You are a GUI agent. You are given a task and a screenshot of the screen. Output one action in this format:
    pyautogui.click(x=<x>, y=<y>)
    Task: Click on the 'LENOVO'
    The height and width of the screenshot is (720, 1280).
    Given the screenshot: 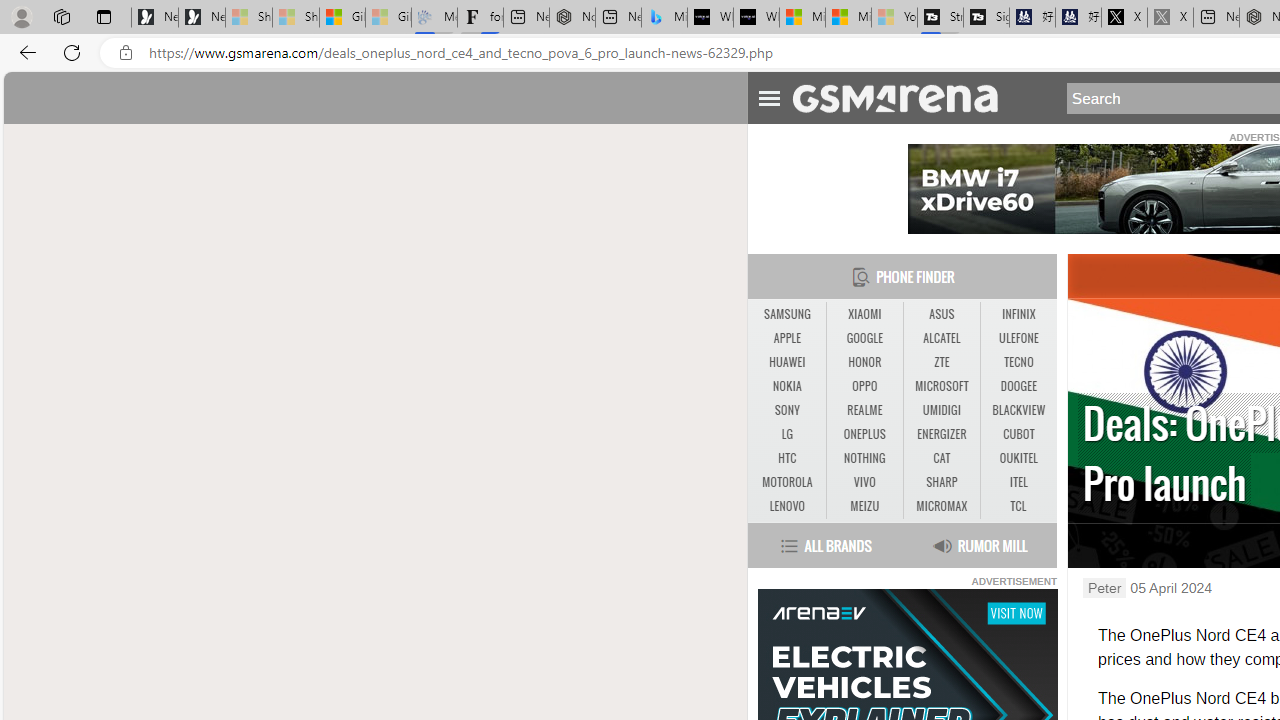 What is the action you would take?
    pyautogui.click(x=786, y=505)
    